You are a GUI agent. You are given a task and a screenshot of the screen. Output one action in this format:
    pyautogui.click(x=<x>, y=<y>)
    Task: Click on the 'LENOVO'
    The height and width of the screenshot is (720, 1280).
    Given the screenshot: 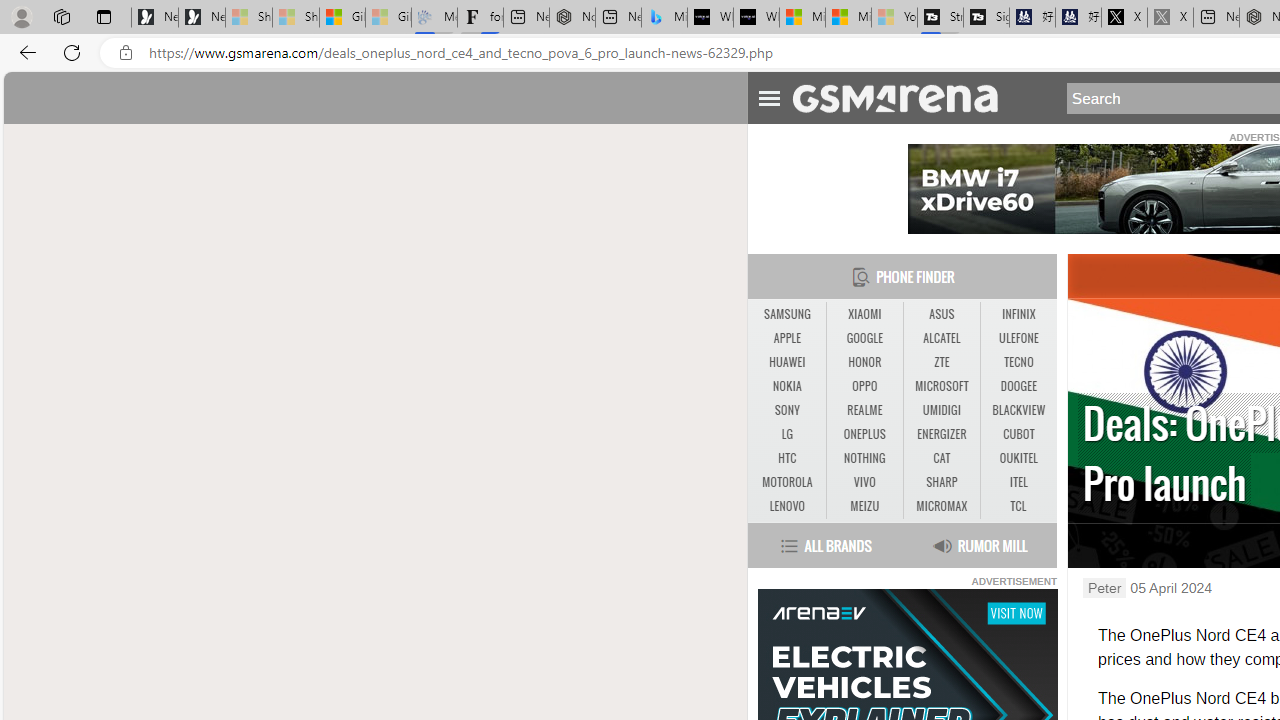 What is the action you would take?
    pyautogui.click(x=786, y=505)
    